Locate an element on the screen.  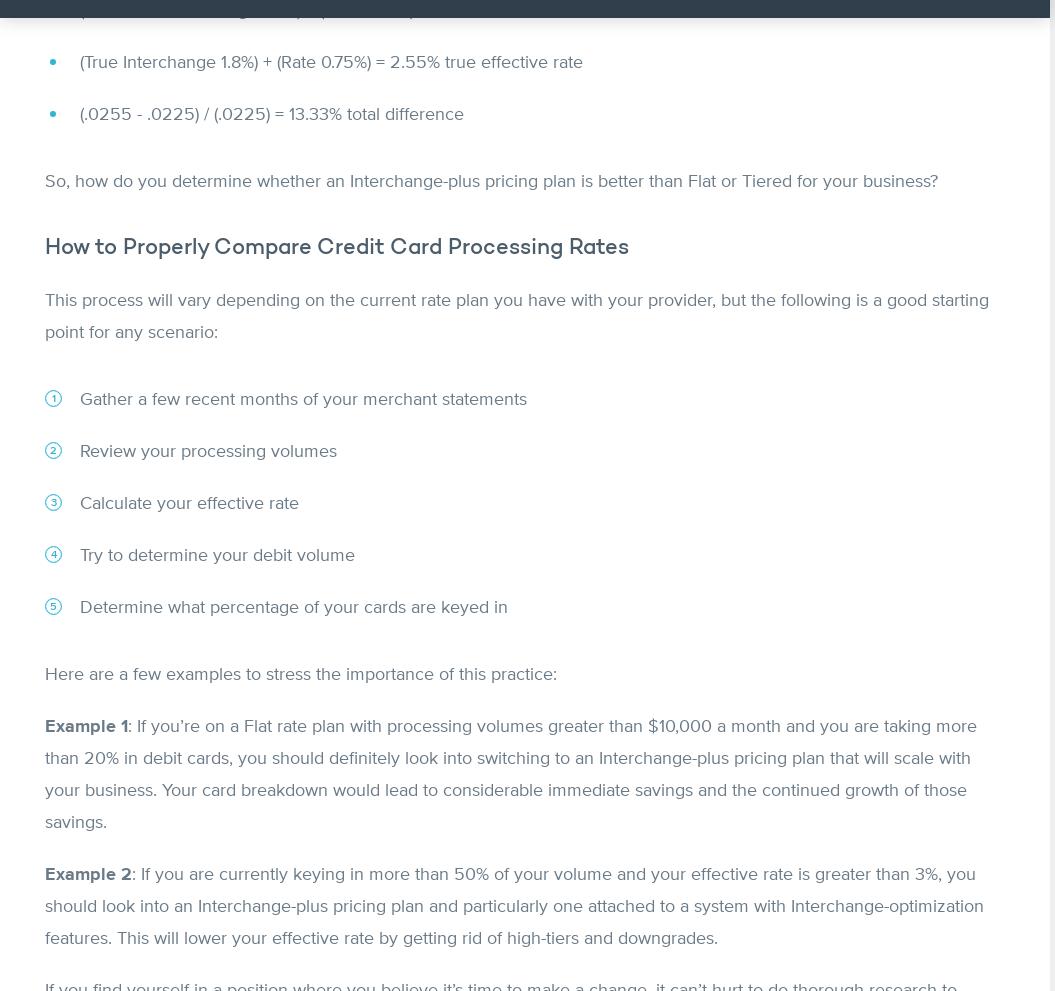
'Review your processing volumes' is located at coordinates (207, 450).